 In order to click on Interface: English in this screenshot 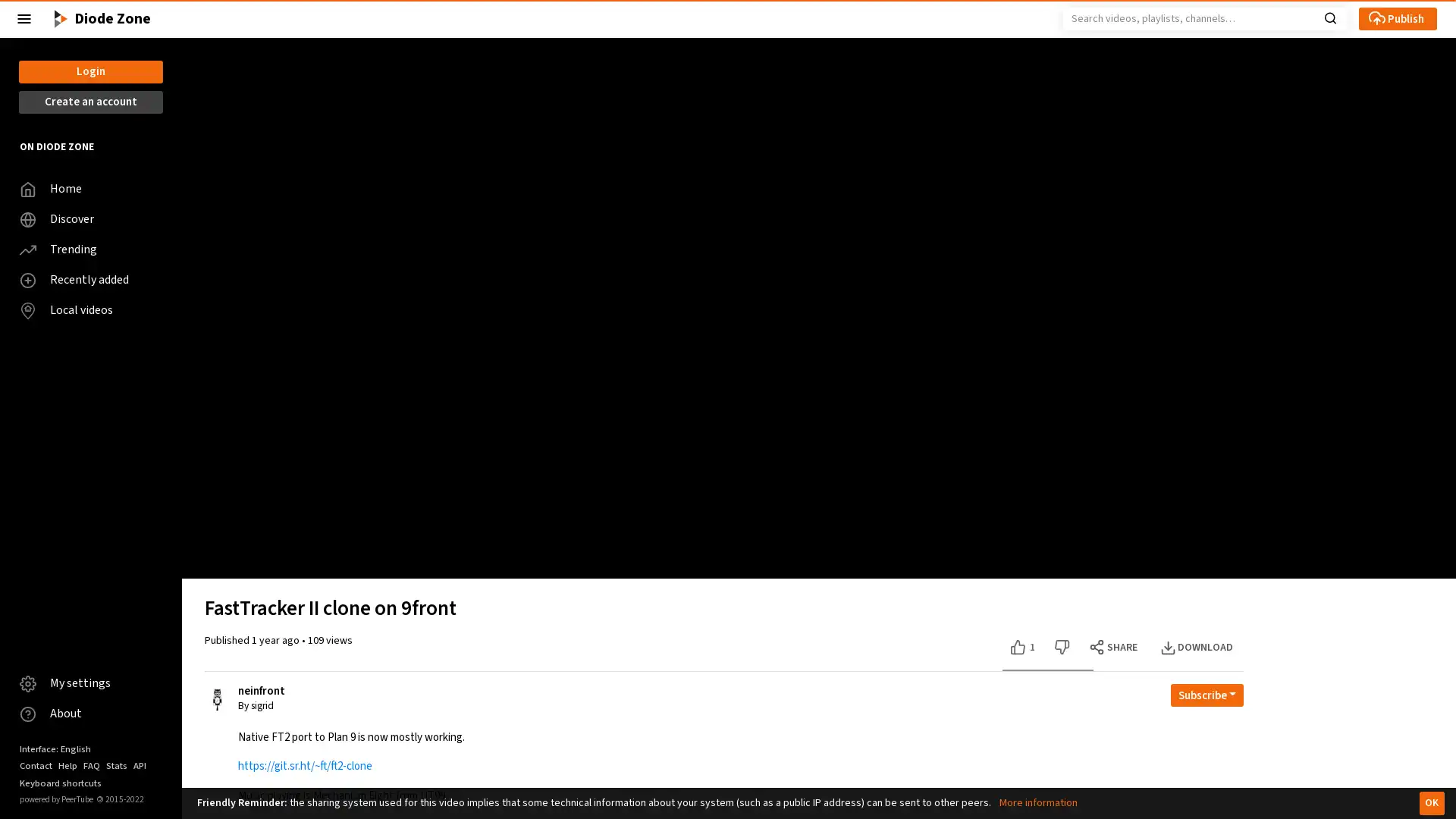, I will do `click(55, 748)`.